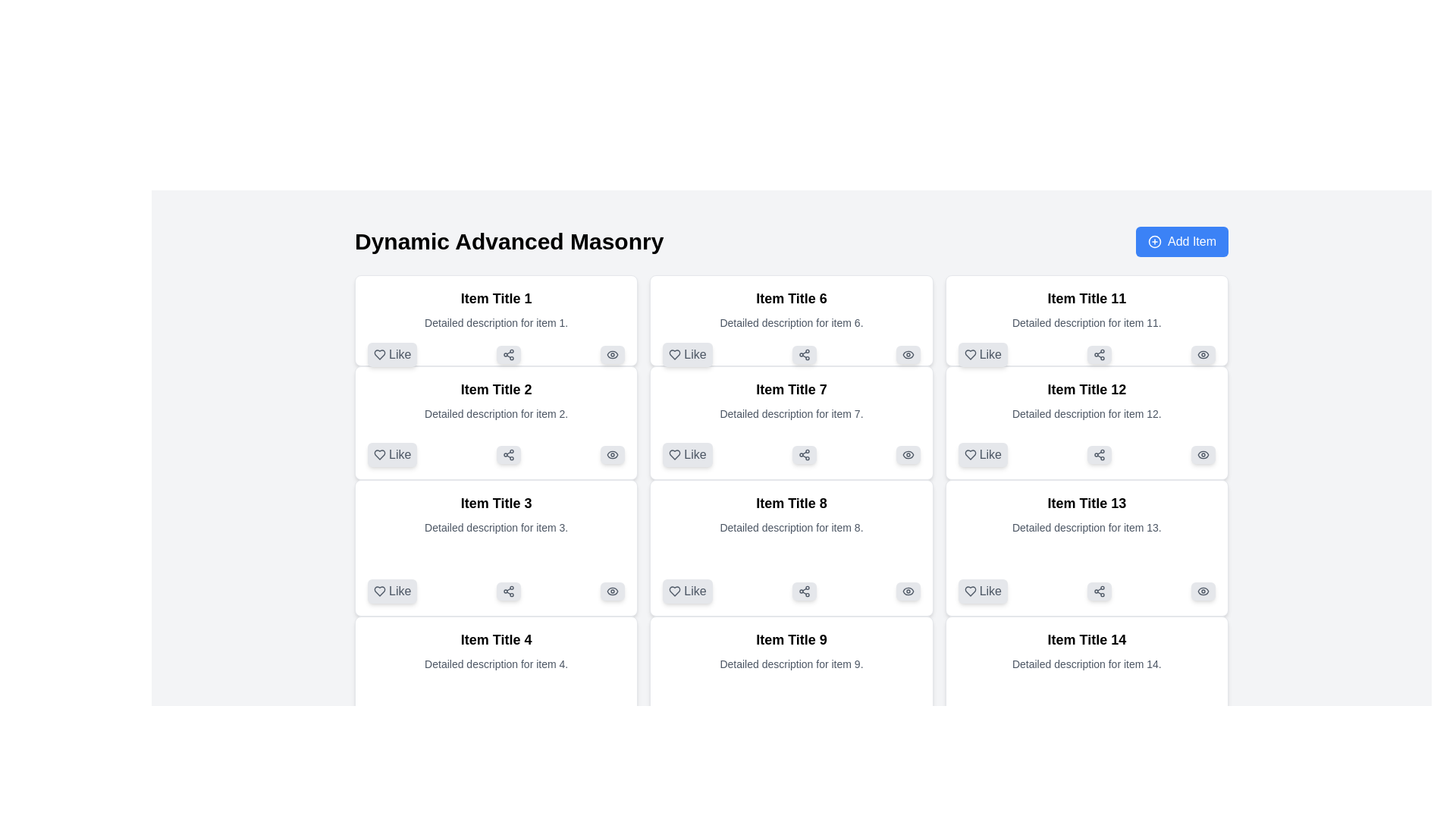 The width and height of the screenshot is (1456, 819). What do you see at coordinates (969, 454) in the screenshot?
I see `the heart-shaped icon within the 'Like' button located under the card 'Item Title 12' in the third column of the fourth row` at bounding box center [969, 454].